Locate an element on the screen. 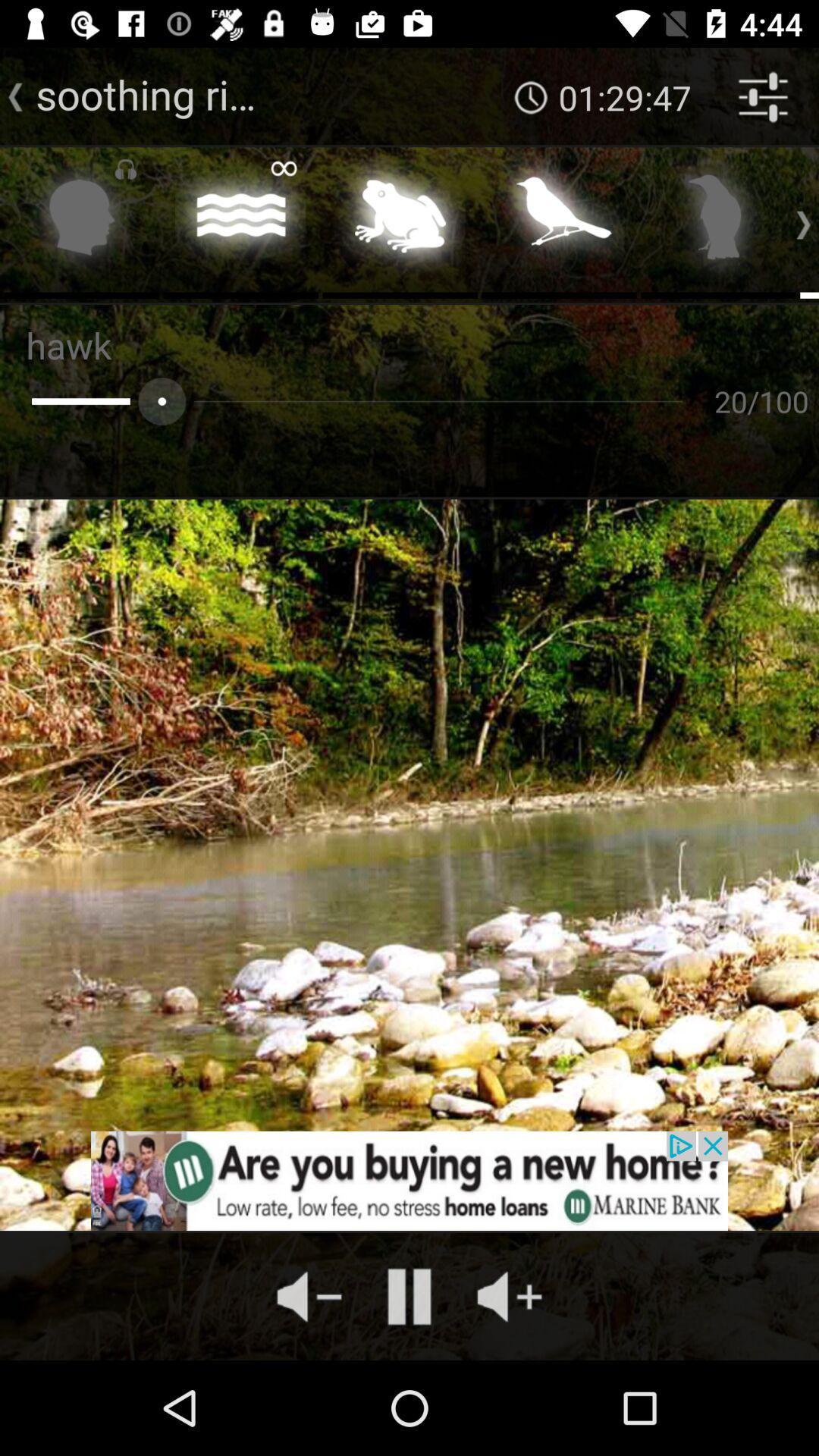  the menu icon is located at coordinates (240, 221).